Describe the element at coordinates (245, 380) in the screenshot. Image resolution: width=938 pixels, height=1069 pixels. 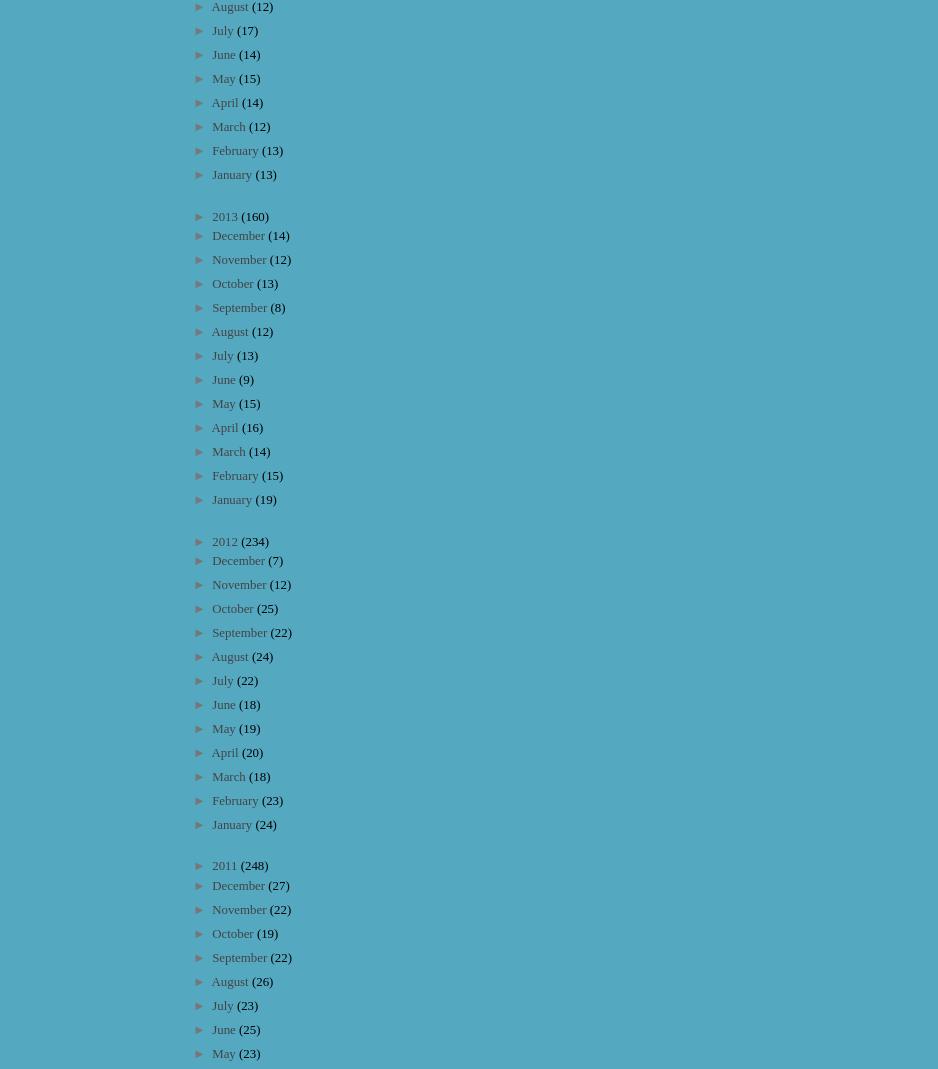
I see `'(9)'` at that location.